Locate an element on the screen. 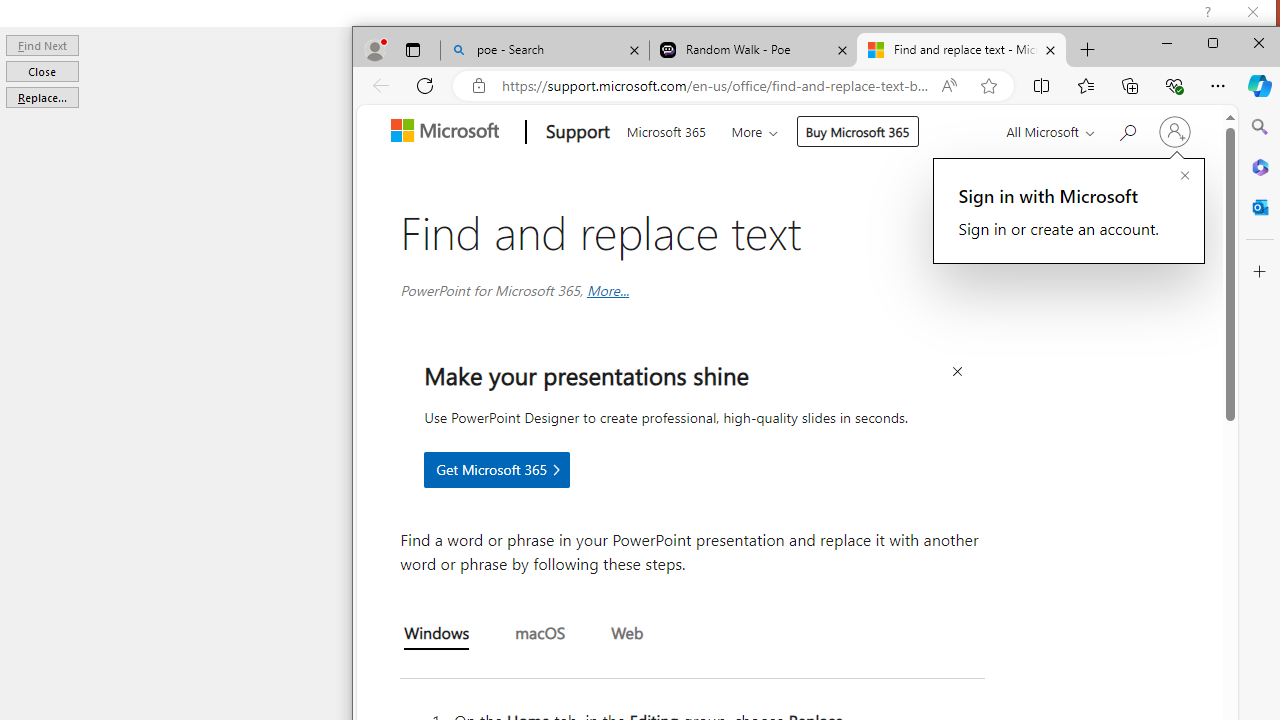 This screenshot has width=1280, height=720. 'Back' is located at coordinates (380, 85).